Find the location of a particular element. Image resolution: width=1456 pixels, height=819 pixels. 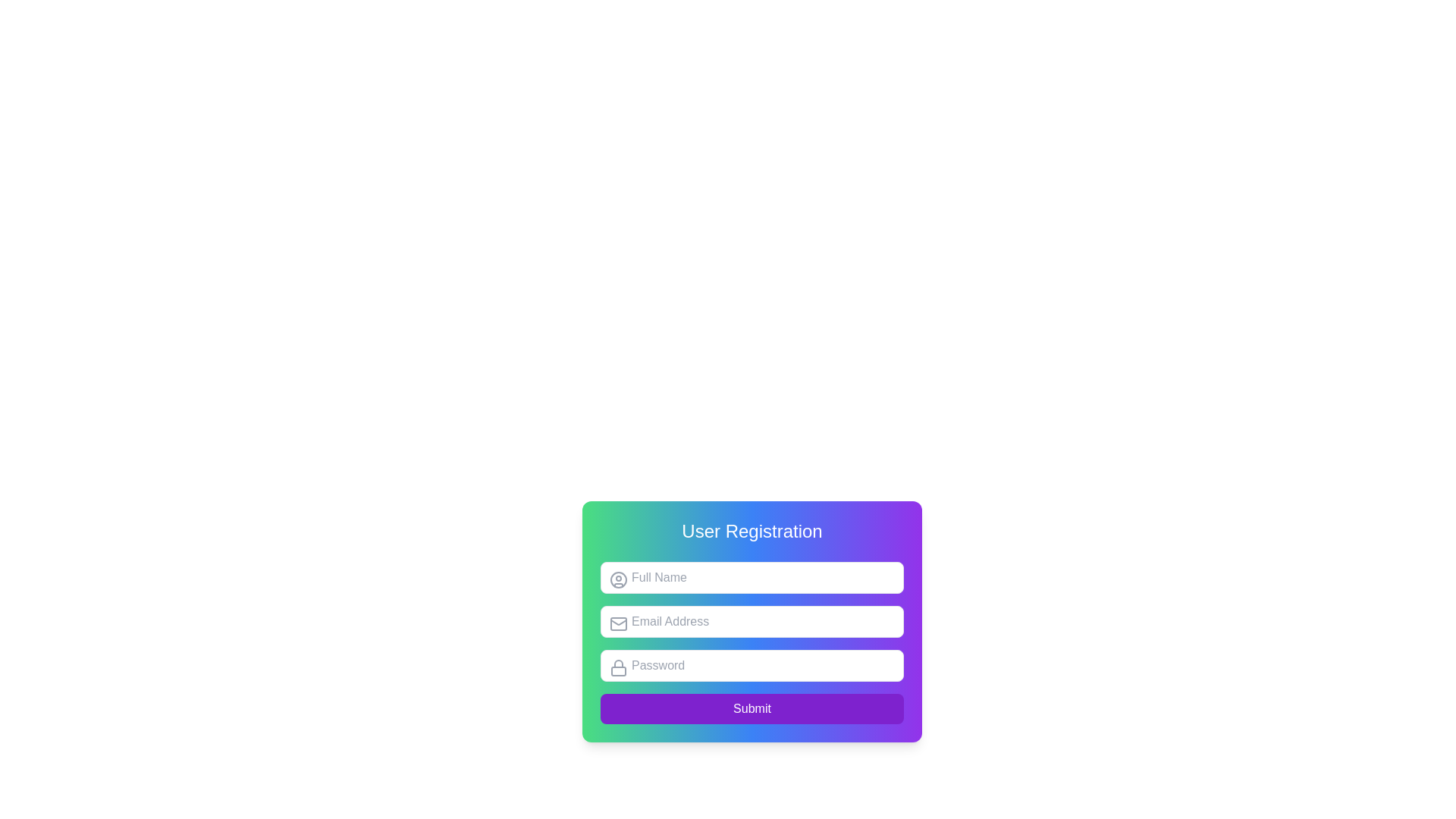

the lock icon within the SVG that represents security, located to the left of the 'Password' input field in the 'User Registration' form is located at coordinates (619, 663).